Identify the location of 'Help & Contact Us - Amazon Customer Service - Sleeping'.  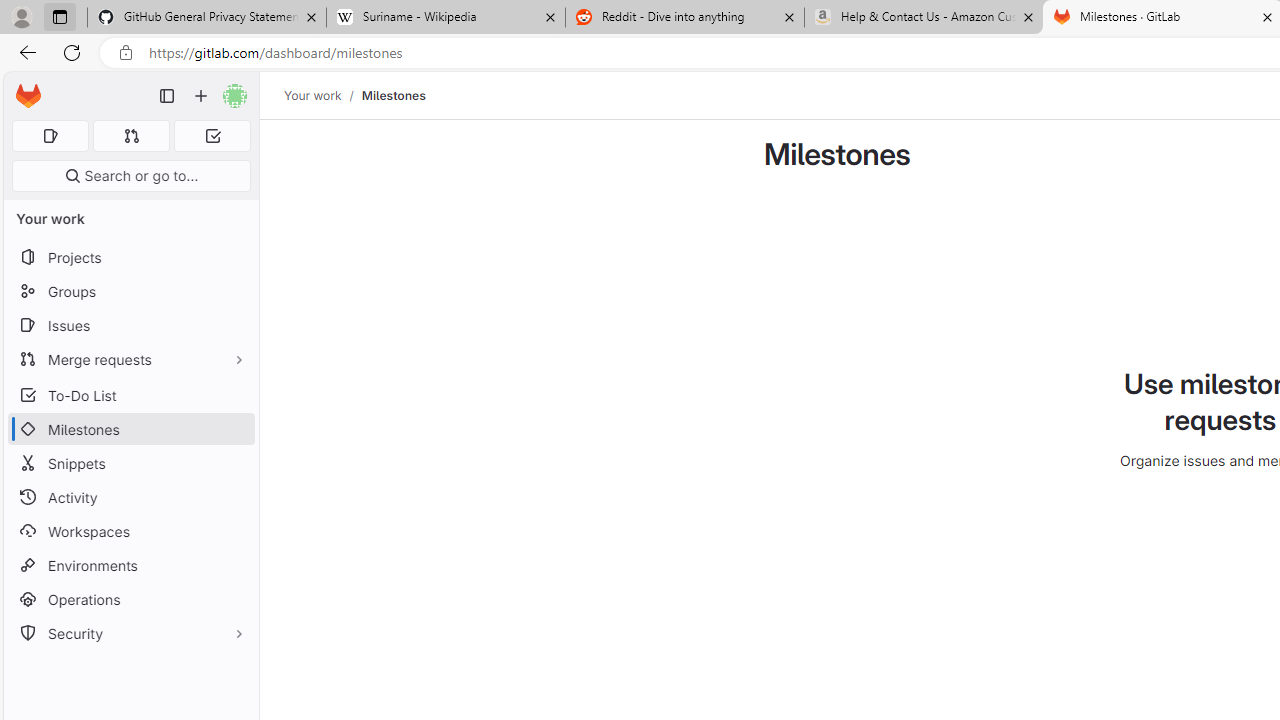
(923, 17).